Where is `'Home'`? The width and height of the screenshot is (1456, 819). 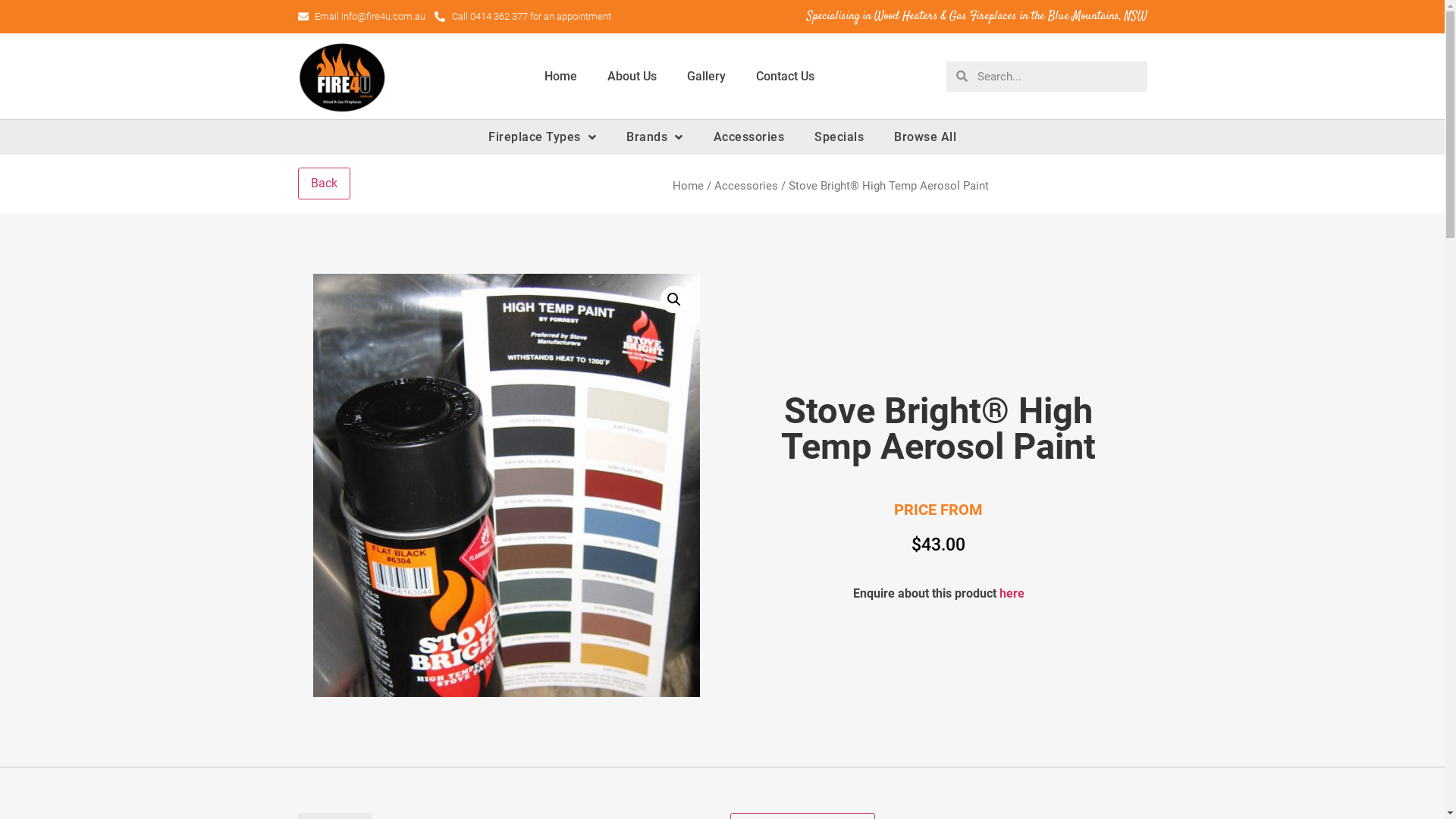 'Home' is located at coordinates (560, 76).